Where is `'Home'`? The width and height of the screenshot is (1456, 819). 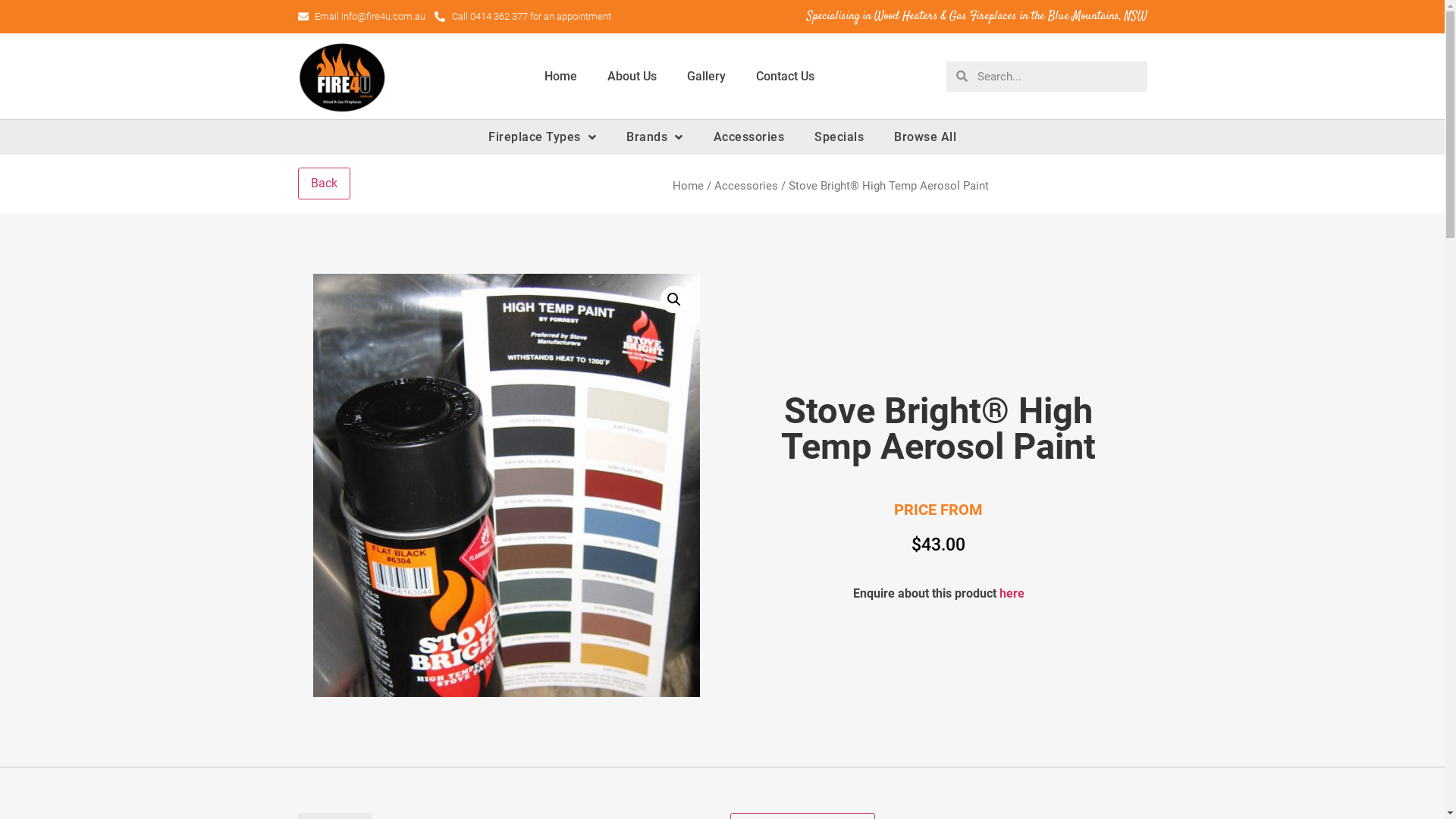 'Home' is located at coordinates (560, 76).